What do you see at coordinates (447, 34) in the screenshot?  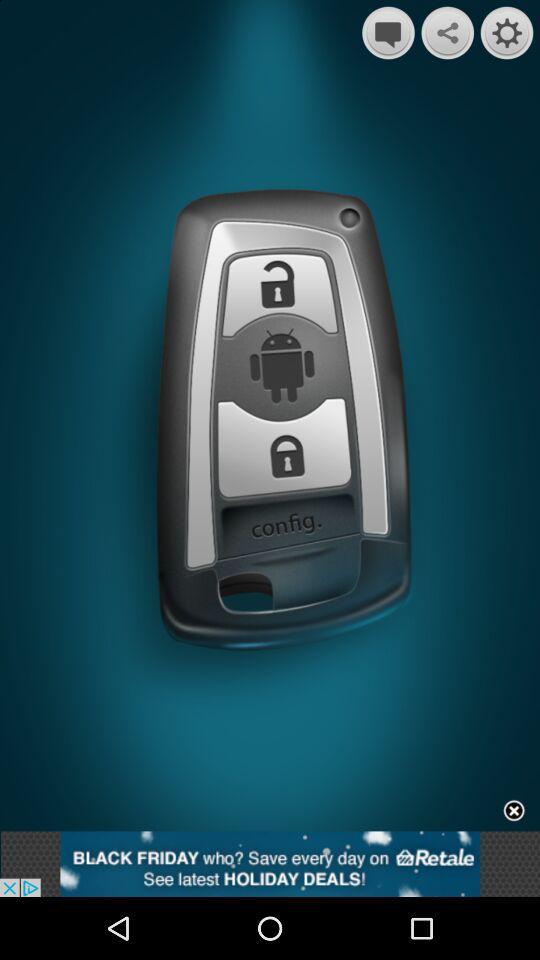 I see `the share icon` at bounding box center [447, 34].